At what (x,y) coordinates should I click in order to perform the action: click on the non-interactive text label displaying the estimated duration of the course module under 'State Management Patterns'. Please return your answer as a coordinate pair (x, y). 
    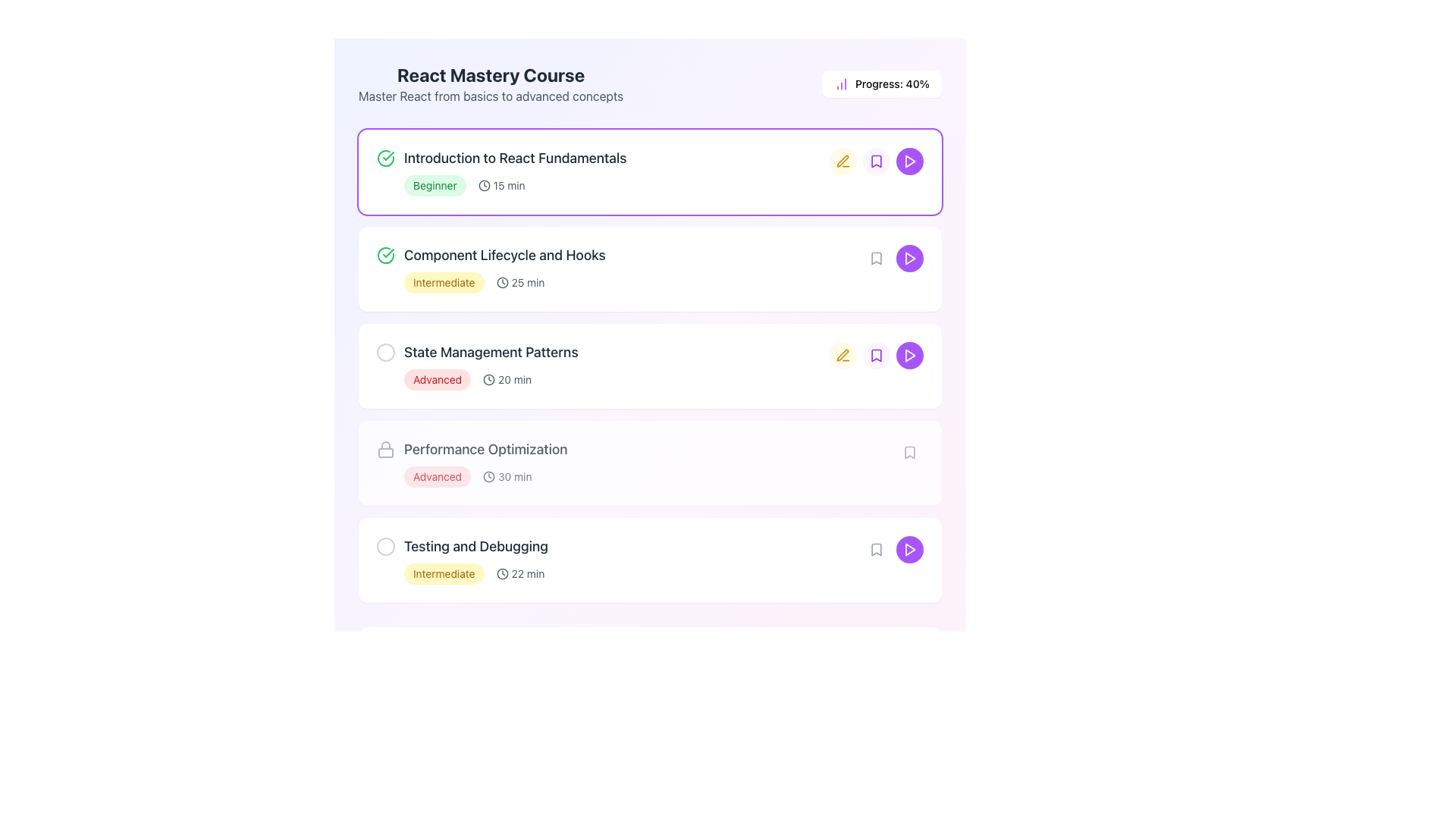
    Looking at the image, I should click on (515, 379).